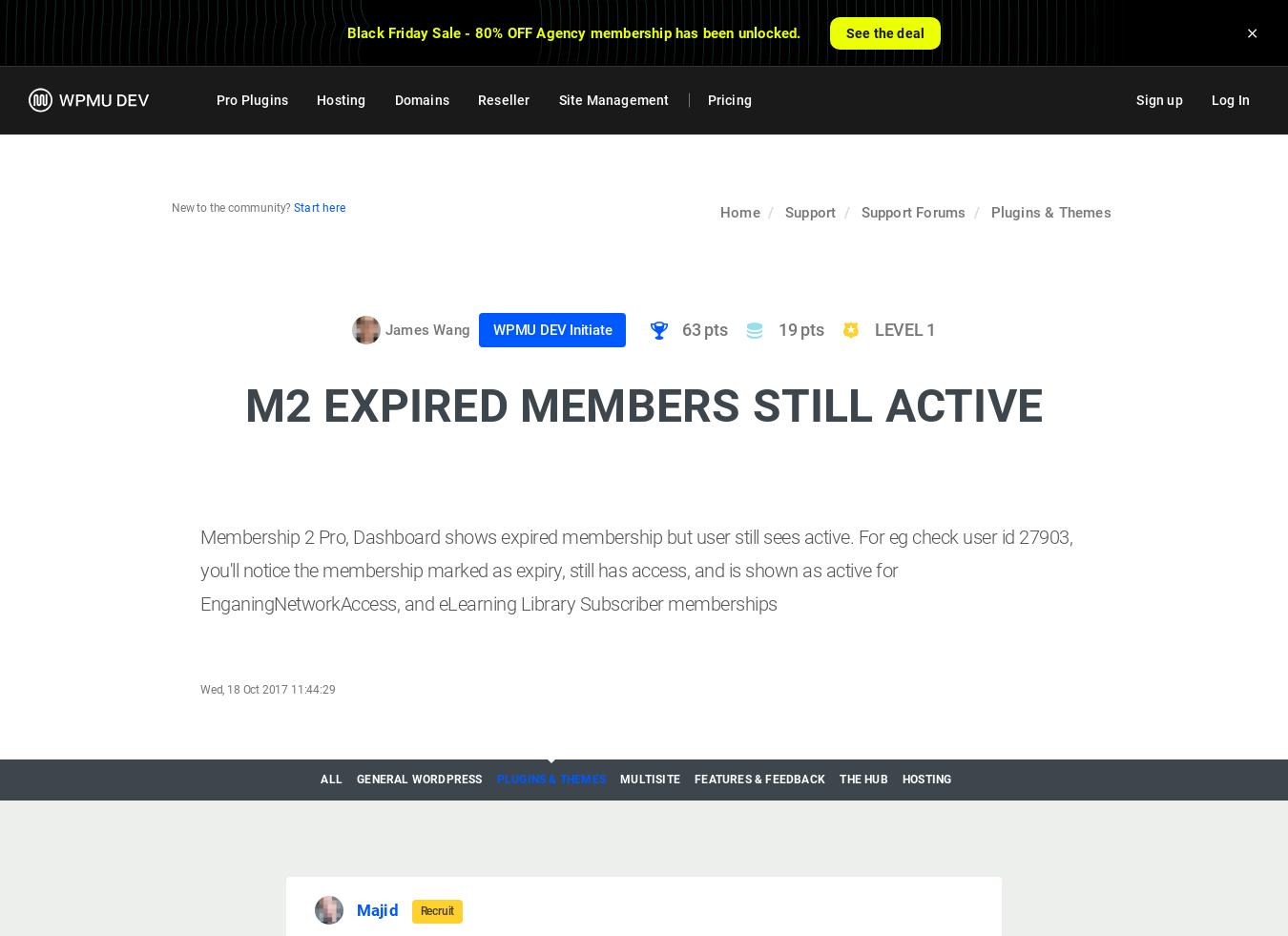 This screenshot has width=1288, height=936. I want to click on 'Recruit', so click(419, 910).